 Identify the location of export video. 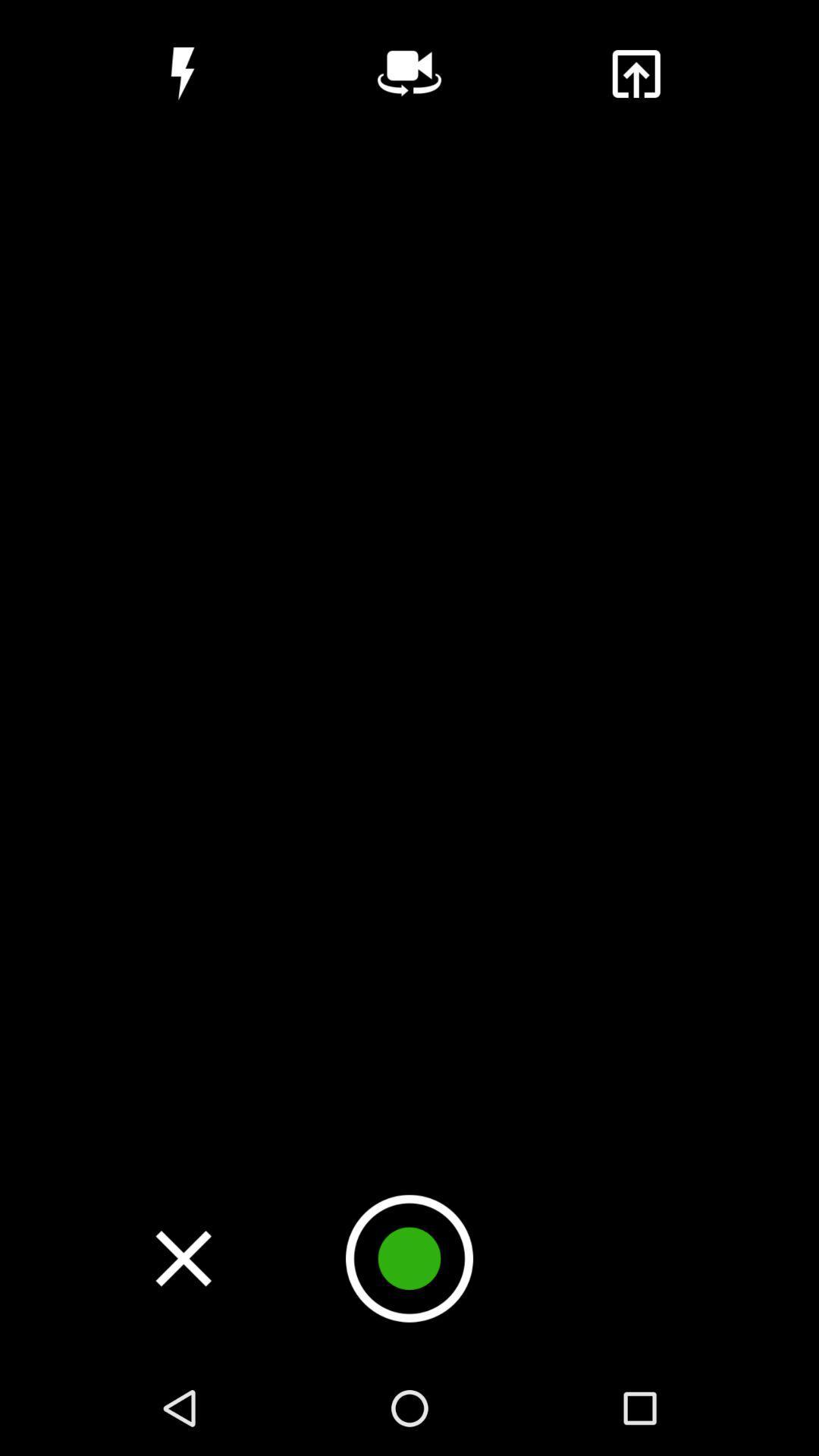
(635, 73).